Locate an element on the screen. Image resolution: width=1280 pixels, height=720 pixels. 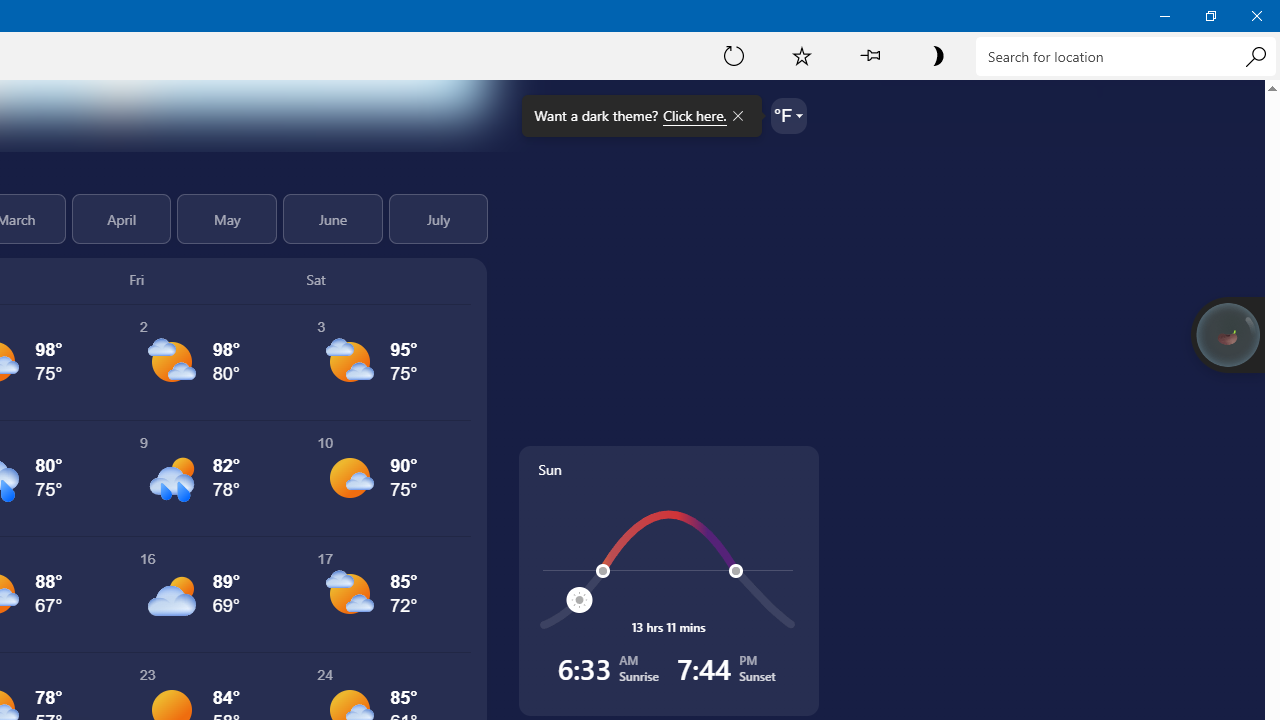
'Turn on dark theme' is located at coordinates (936, 54).